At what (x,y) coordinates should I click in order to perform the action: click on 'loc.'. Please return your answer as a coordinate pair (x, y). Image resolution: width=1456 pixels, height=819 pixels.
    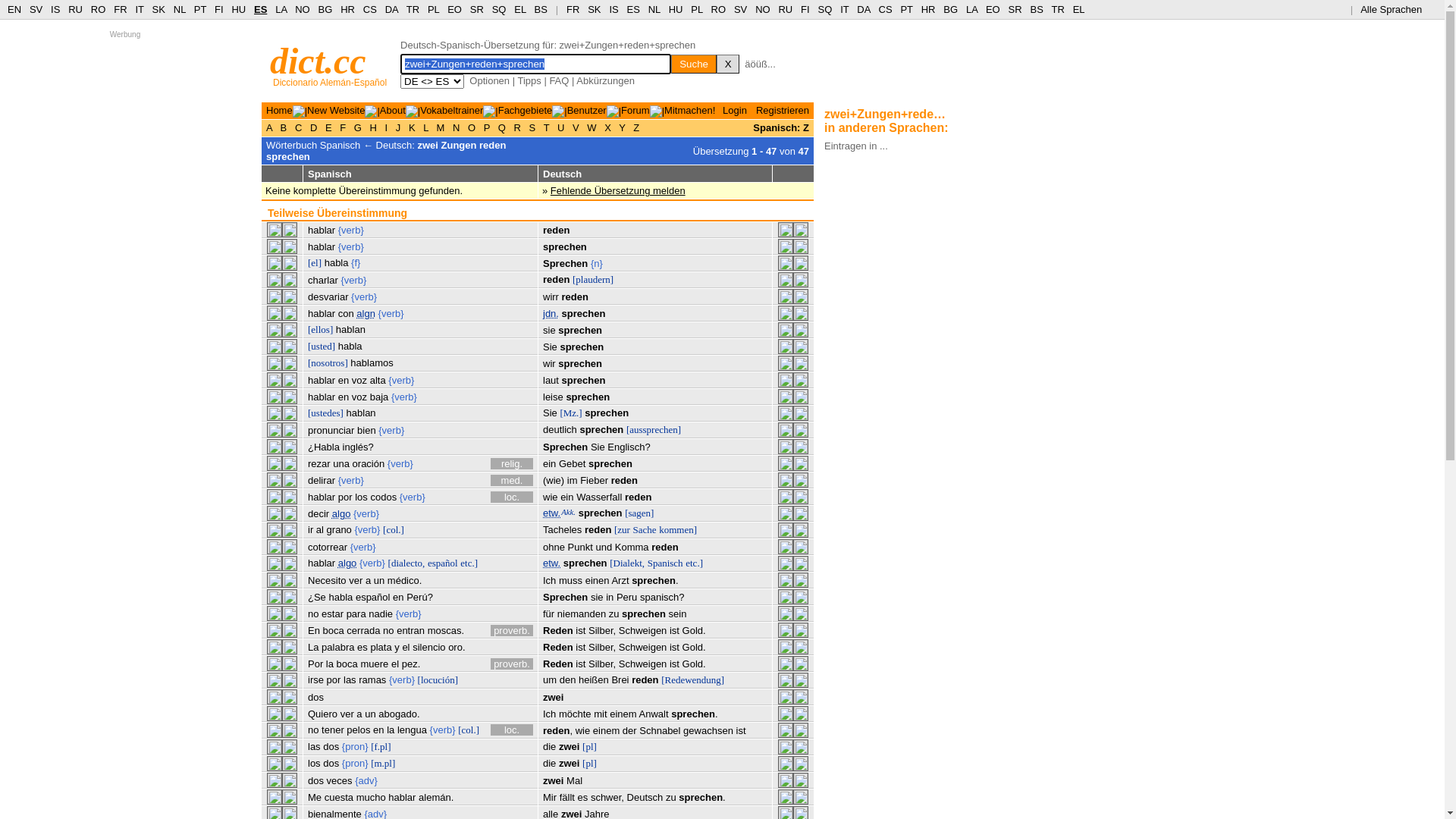
    Looking at the image, I should click on (512, 729).